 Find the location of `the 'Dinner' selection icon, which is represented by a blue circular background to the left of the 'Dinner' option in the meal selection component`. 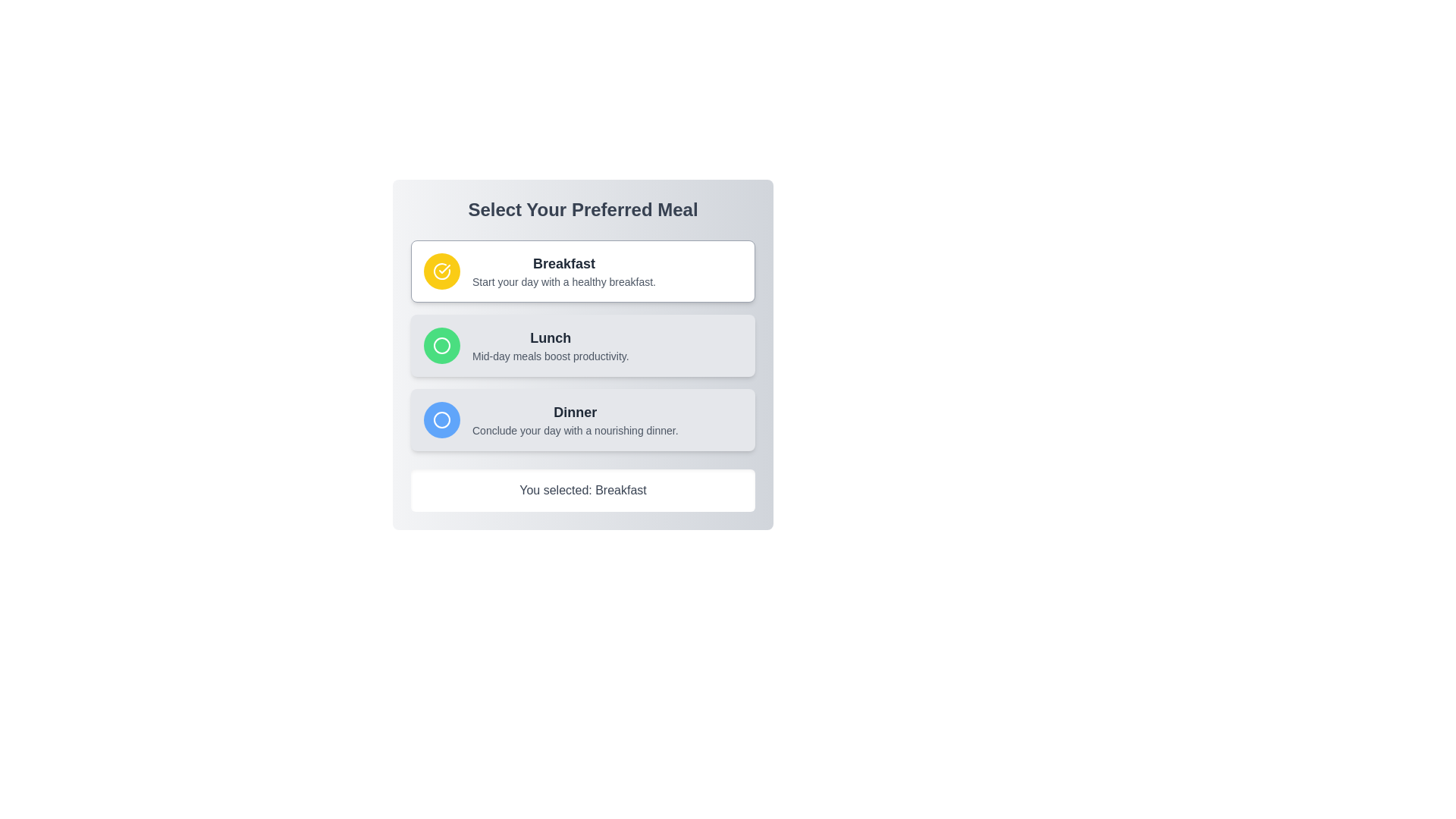

the 'Dinner' selection icon, which is represented by a blue circular background to the left of the 'Dinner' option in the meal selection component is located at coordinates (441, 420).